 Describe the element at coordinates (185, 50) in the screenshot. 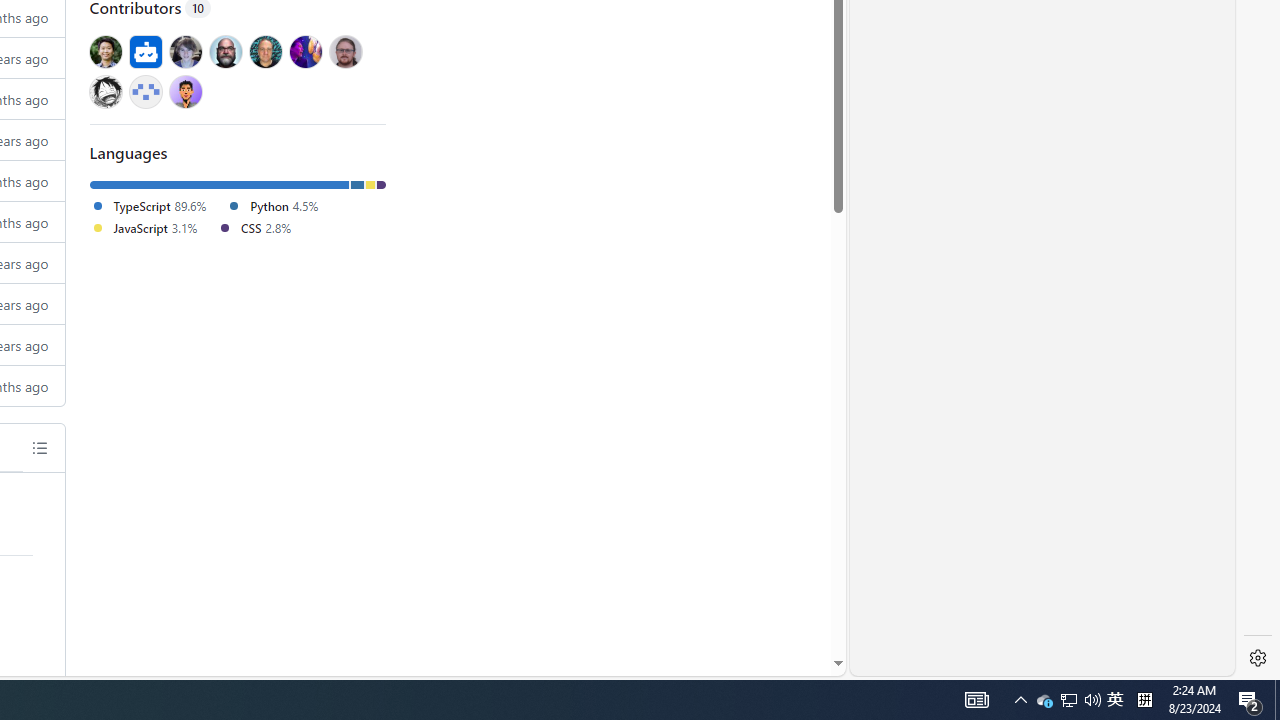

I see `'@davidak'` at that location.